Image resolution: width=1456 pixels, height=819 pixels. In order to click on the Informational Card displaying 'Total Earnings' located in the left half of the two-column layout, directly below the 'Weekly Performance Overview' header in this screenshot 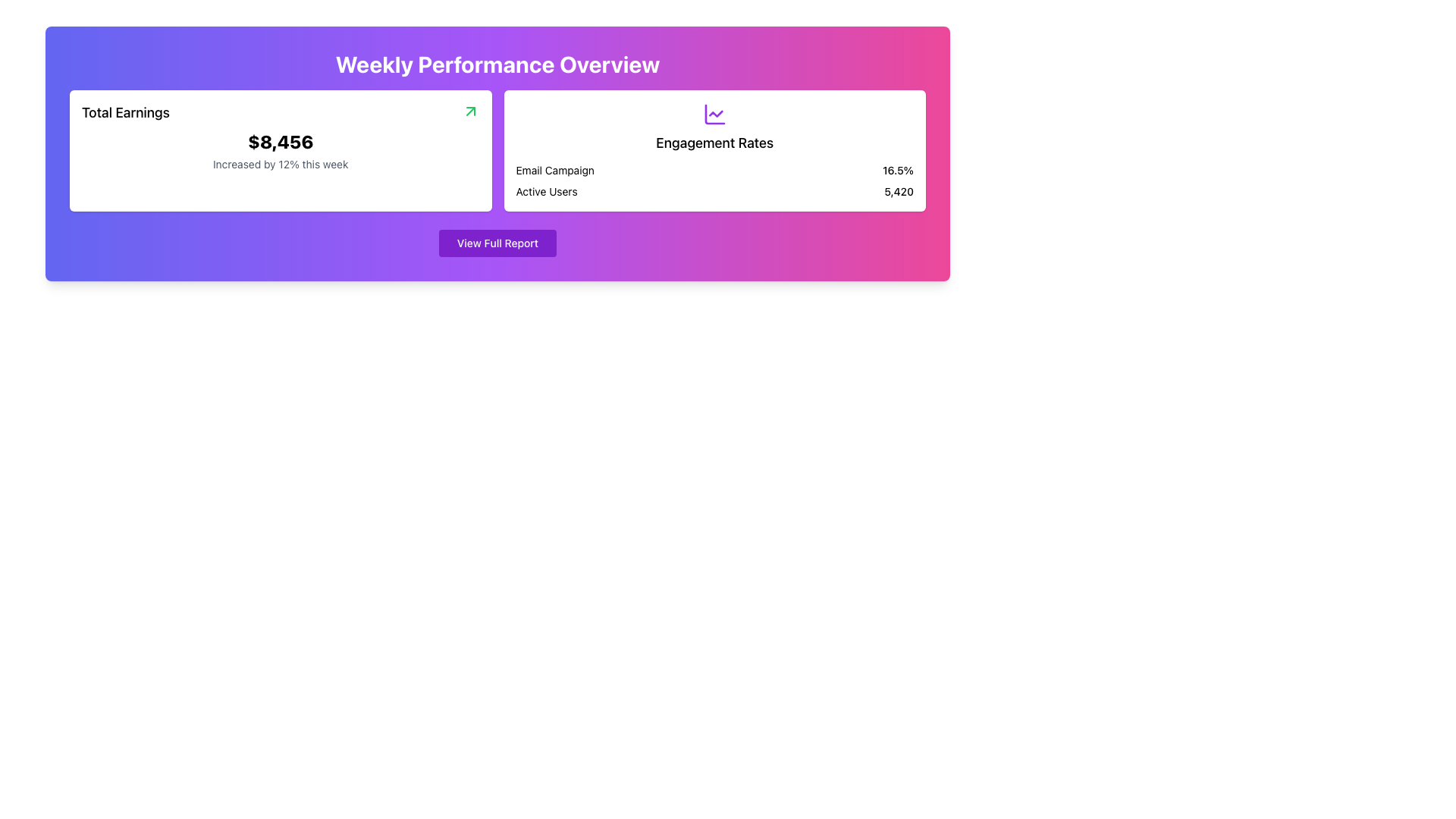, I will do `click(281, 151)`.